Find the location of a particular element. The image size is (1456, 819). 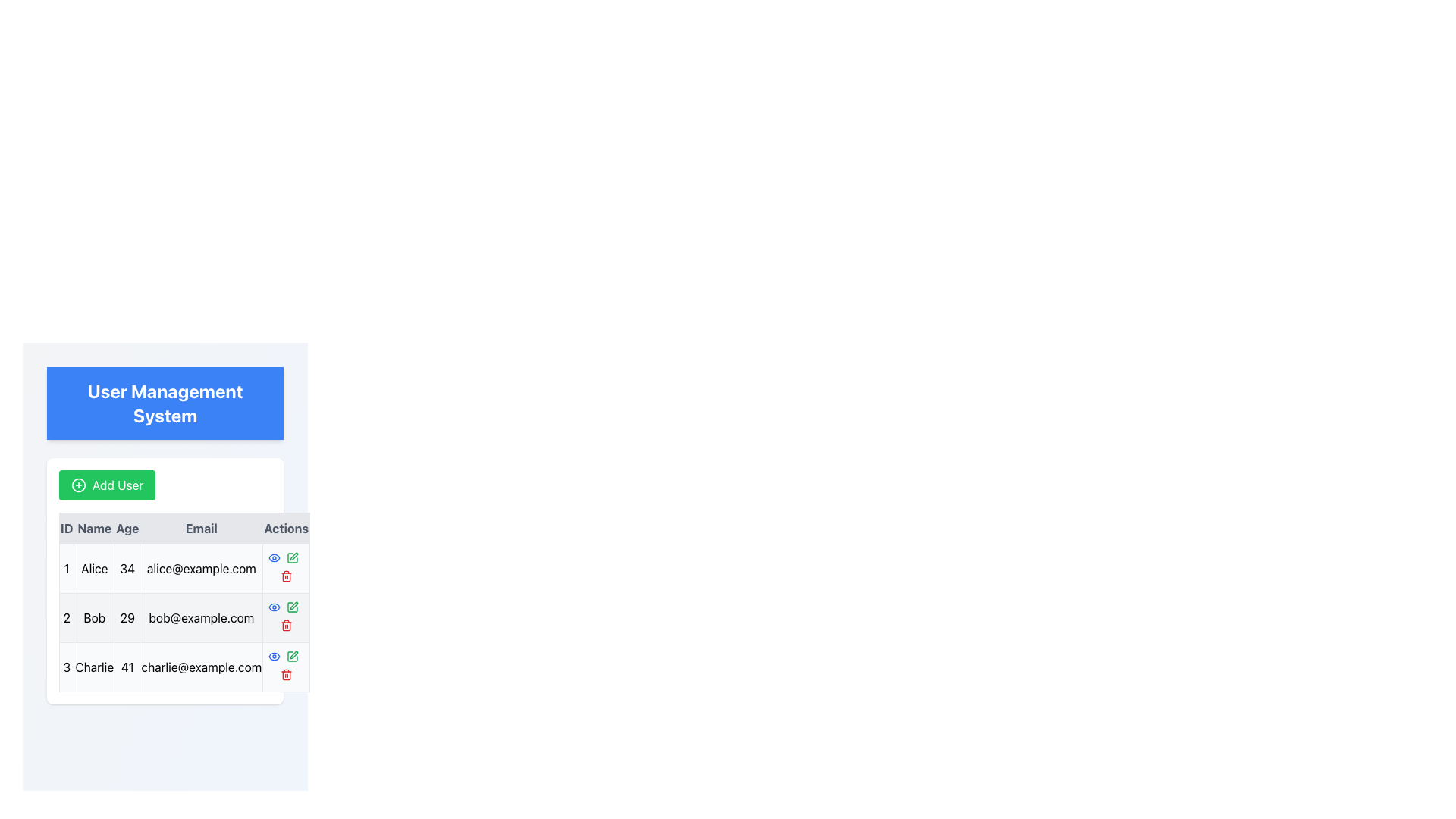

the 'view' icon in the 'Actions' column for user 'Bob' in the User Management System is located at coordinates (274, 656).